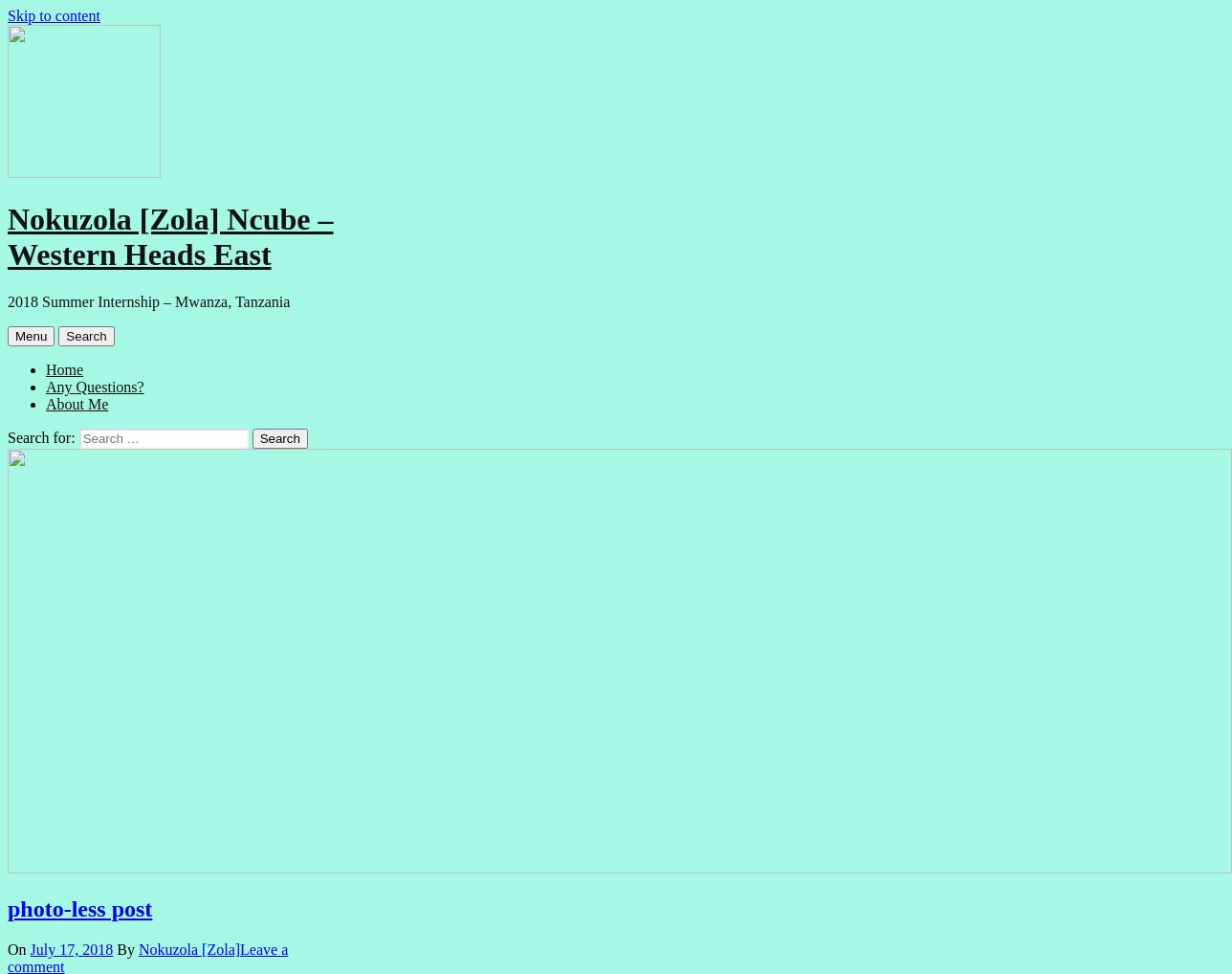 The height and width of the screenshot is (974, 1232). Describe the element at coordinates (79, 906) in the screenshot. I see `'photo-less post'` at that location.